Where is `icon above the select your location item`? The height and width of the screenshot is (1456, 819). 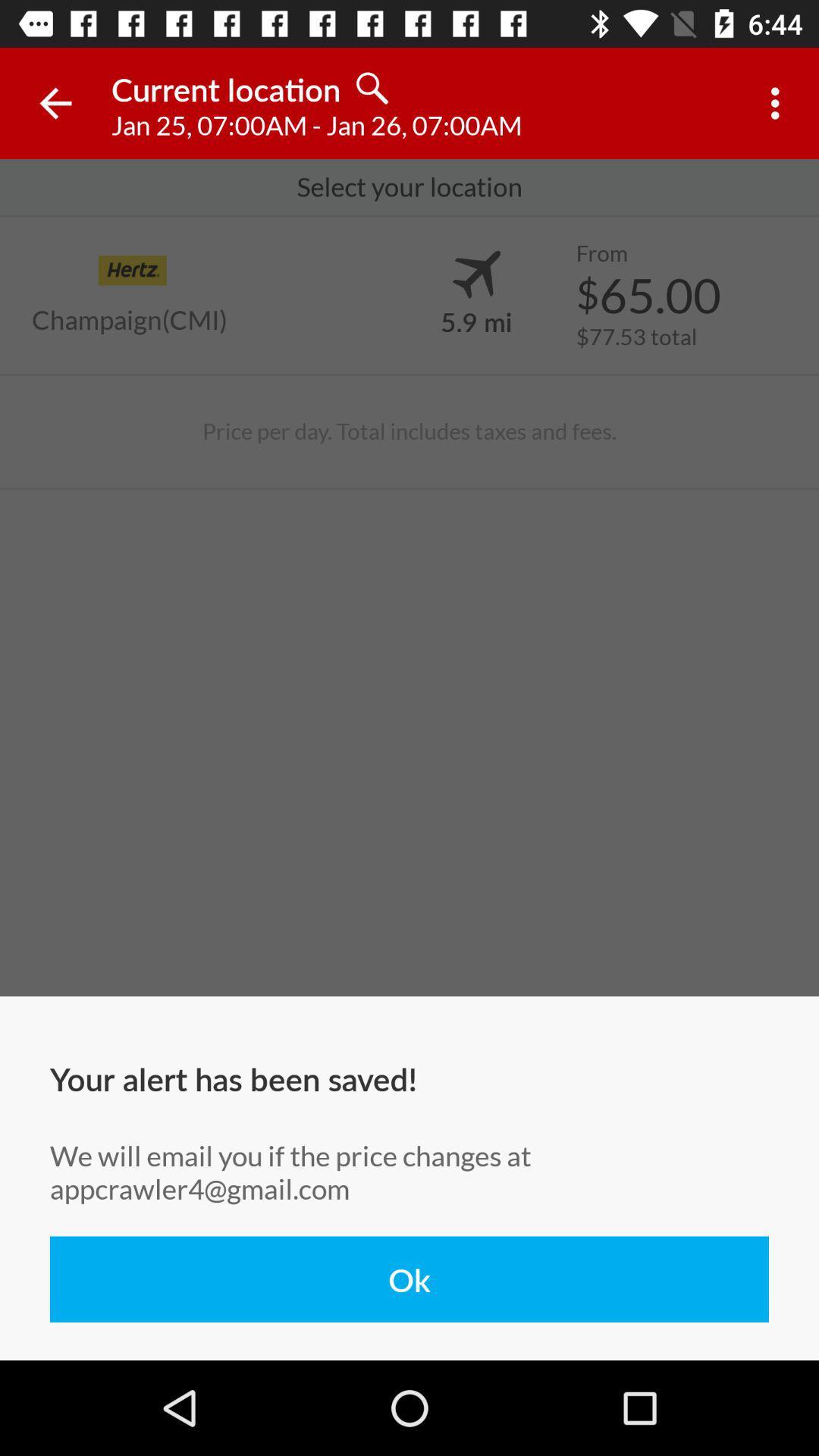
icon above the select your location item is located at coordinates (779, 102).